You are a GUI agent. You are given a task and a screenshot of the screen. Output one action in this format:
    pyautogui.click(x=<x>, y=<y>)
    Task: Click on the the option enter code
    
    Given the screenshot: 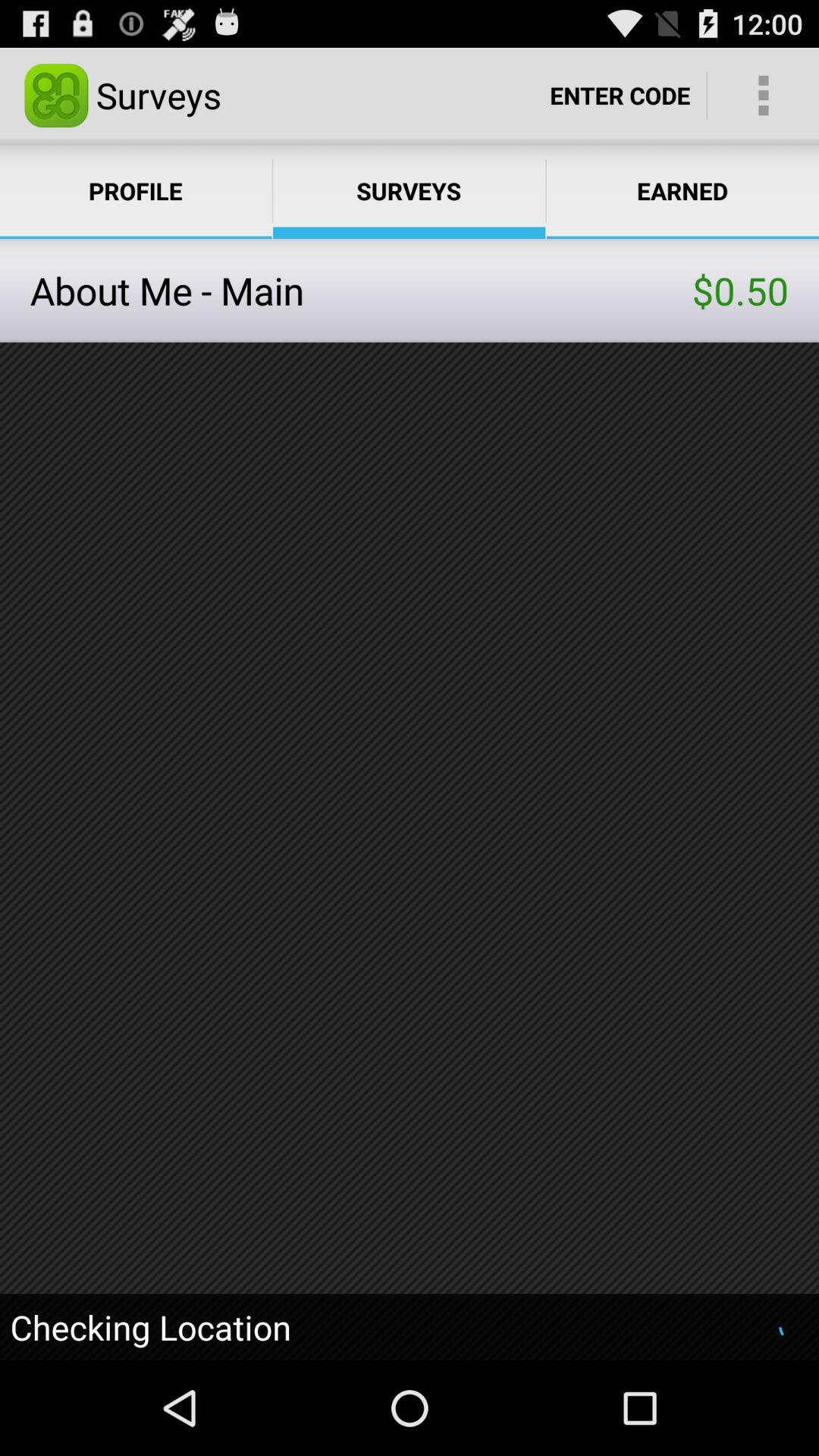 What is the action you would take?
    pyautogui.click(x=620, y=94)
    